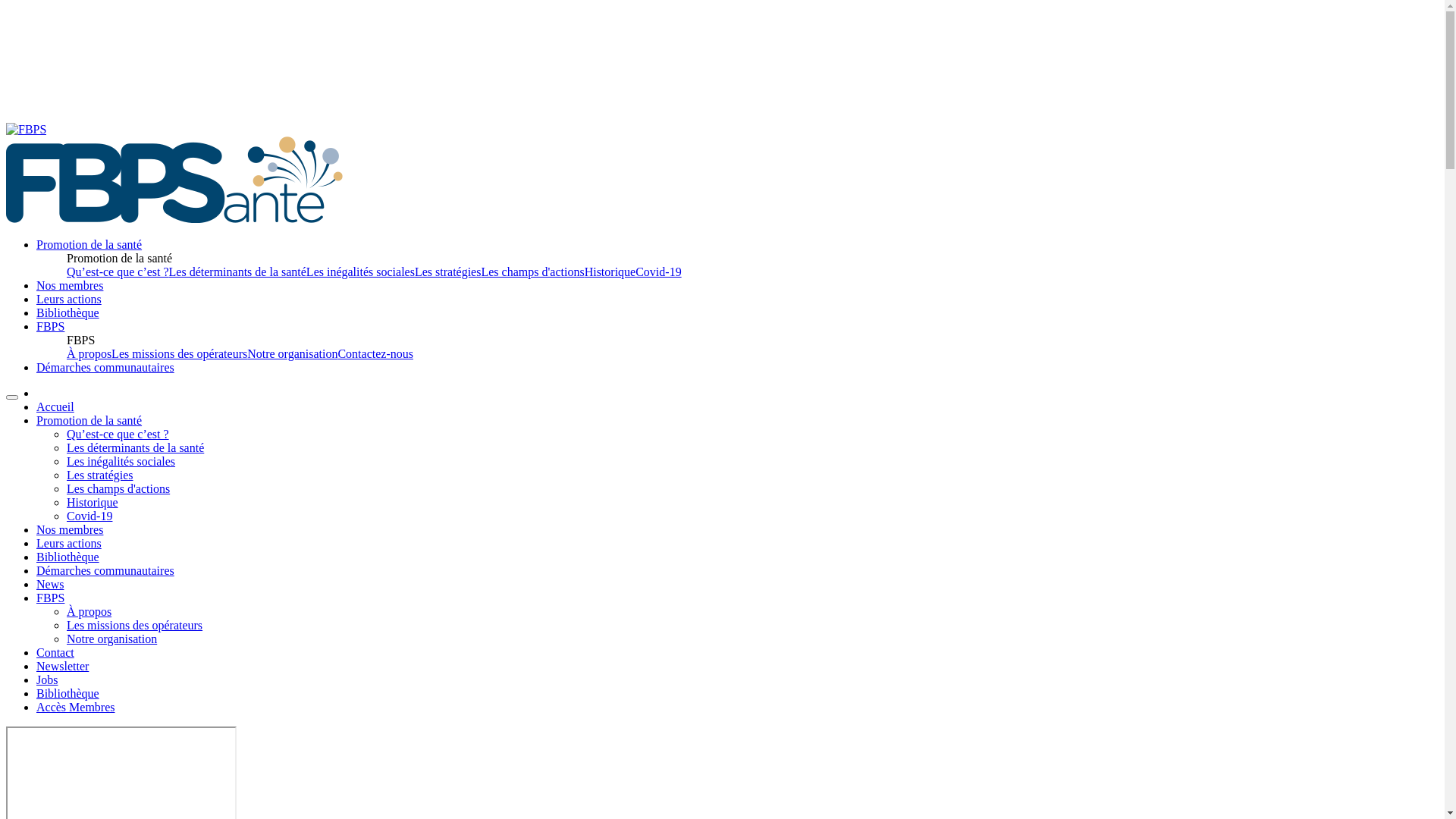 The image size is (1456, 819). I want to click on 'Leurs actions', so click(68, 299).